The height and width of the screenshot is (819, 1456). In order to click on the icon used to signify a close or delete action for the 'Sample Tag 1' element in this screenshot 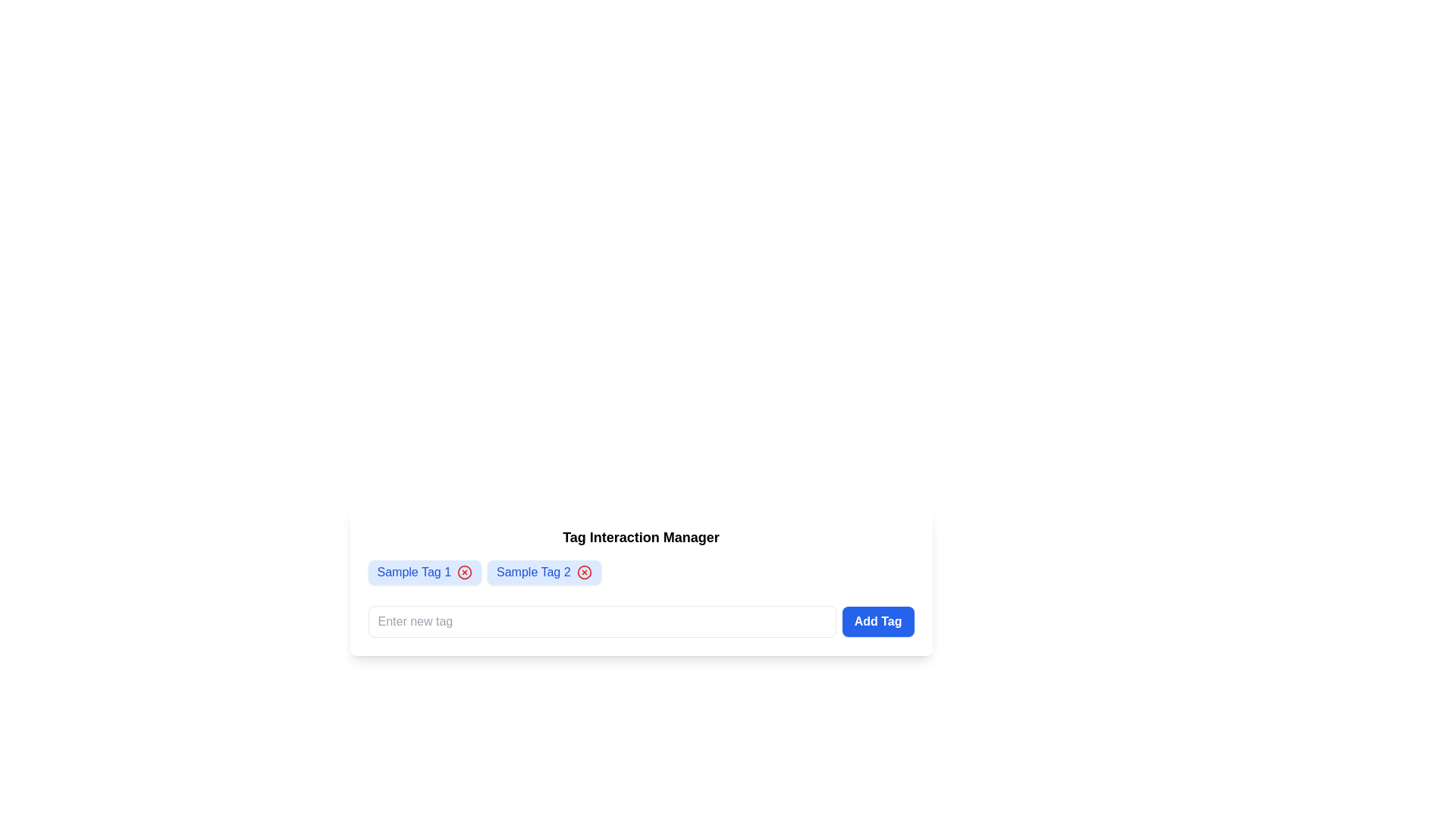, I will do `click(464, 573)`.